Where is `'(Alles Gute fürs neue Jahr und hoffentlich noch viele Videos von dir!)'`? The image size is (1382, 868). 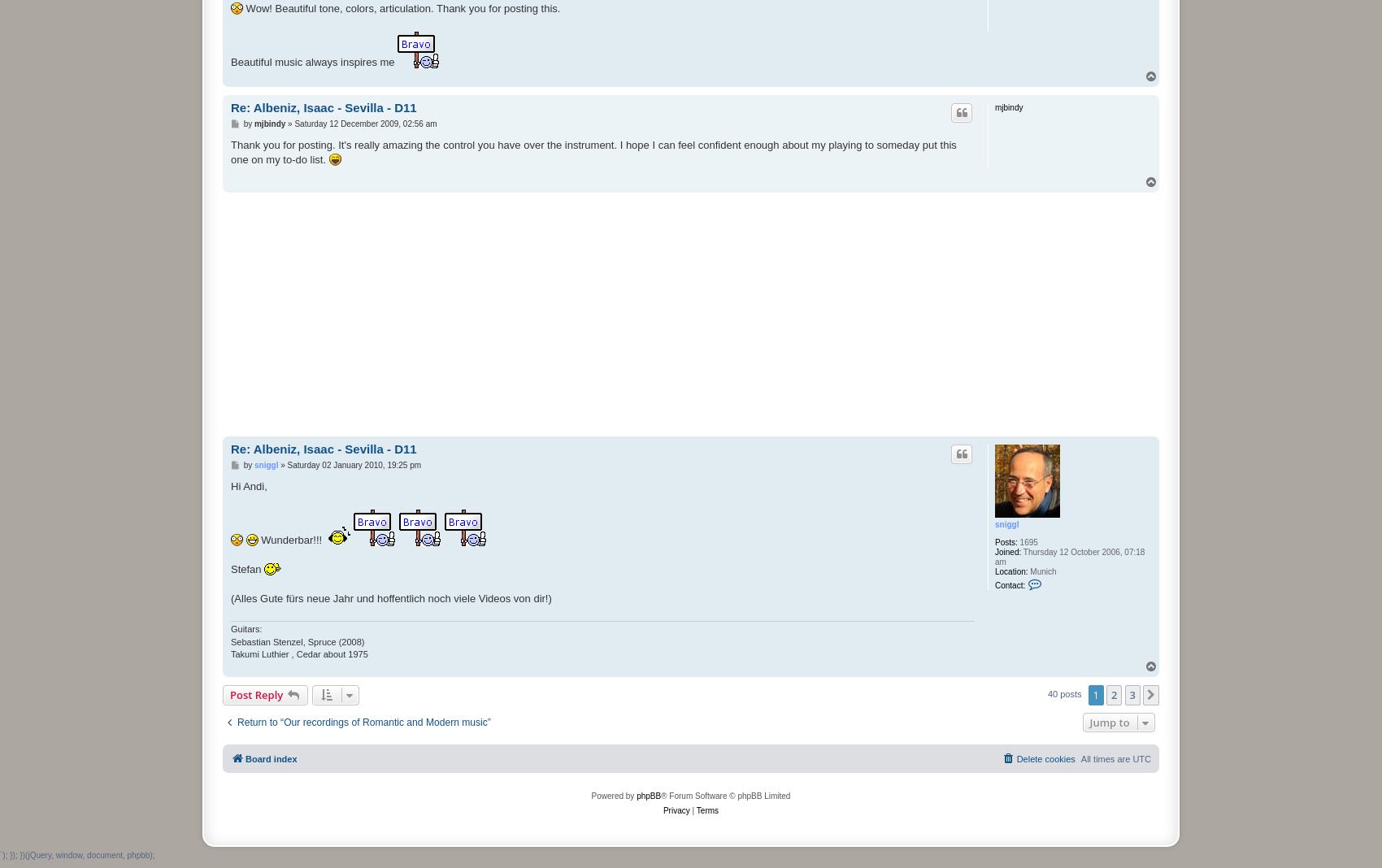
'(Alles Gute fürs neue Jahr und hoffentlich noch viele Videos von dir!)' is located at coordinates (390, 598).